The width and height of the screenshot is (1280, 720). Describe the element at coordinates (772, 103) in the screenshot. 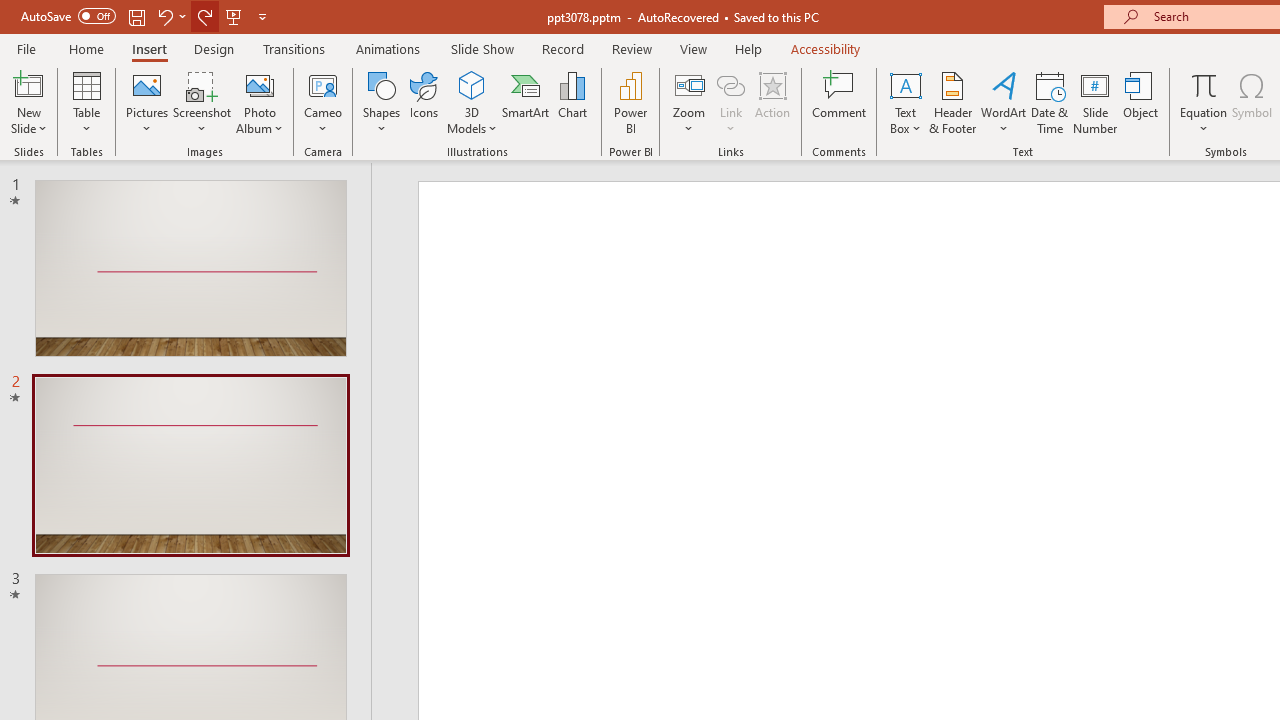

I see `'Action'` at that location.